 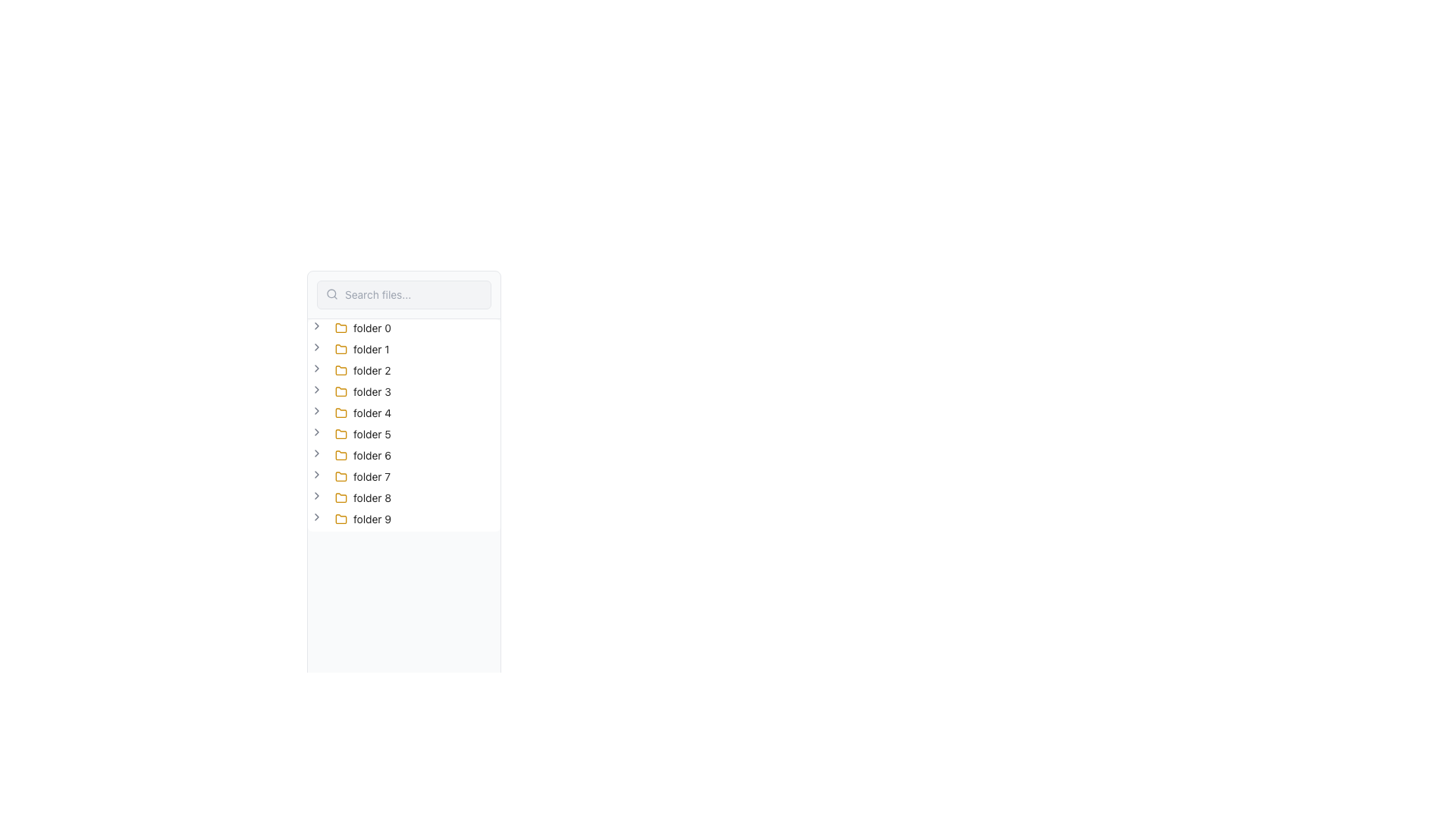 What do you see at coordinates (331, 294) in the screenshot?
I see `the search icon that visually signifies the search functionality, located at the left end of the search bar, to indicate its purpose before entering a query` at bounding box center [331, 294].